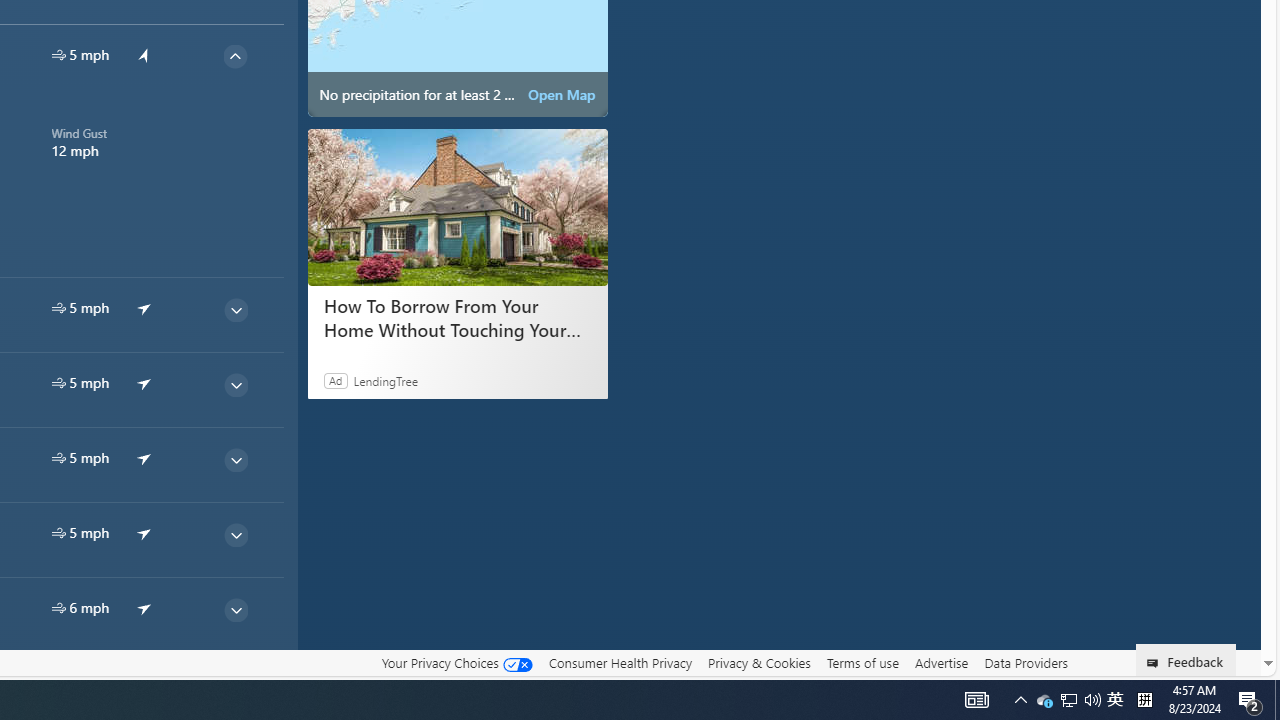 The image size is (1280, 720). I want to click on 'Your Privacy Choices', so click(455, 662).